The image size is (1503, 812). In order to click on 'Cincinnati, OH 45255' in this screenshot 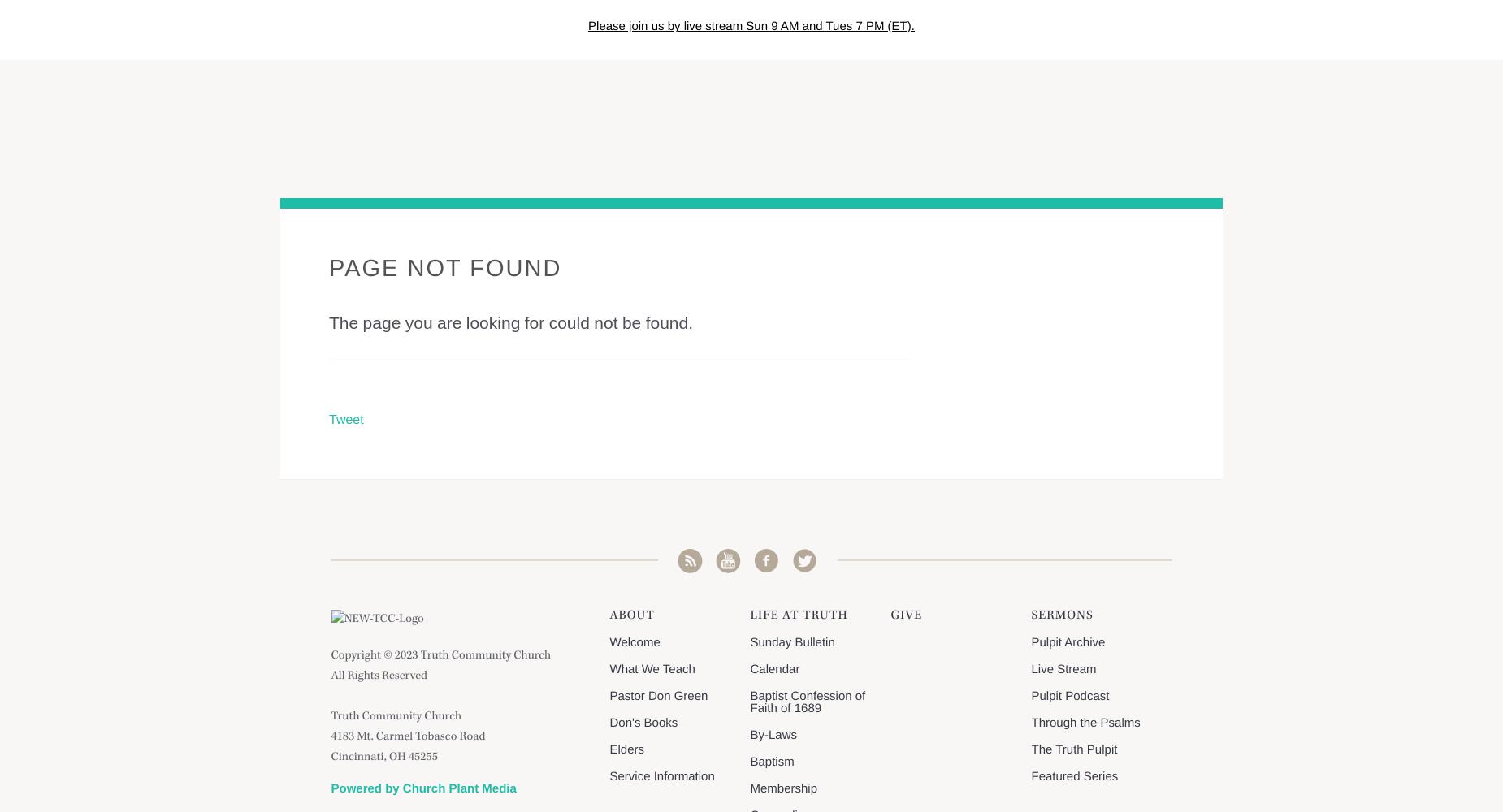, I will do `click(383, 758)`.